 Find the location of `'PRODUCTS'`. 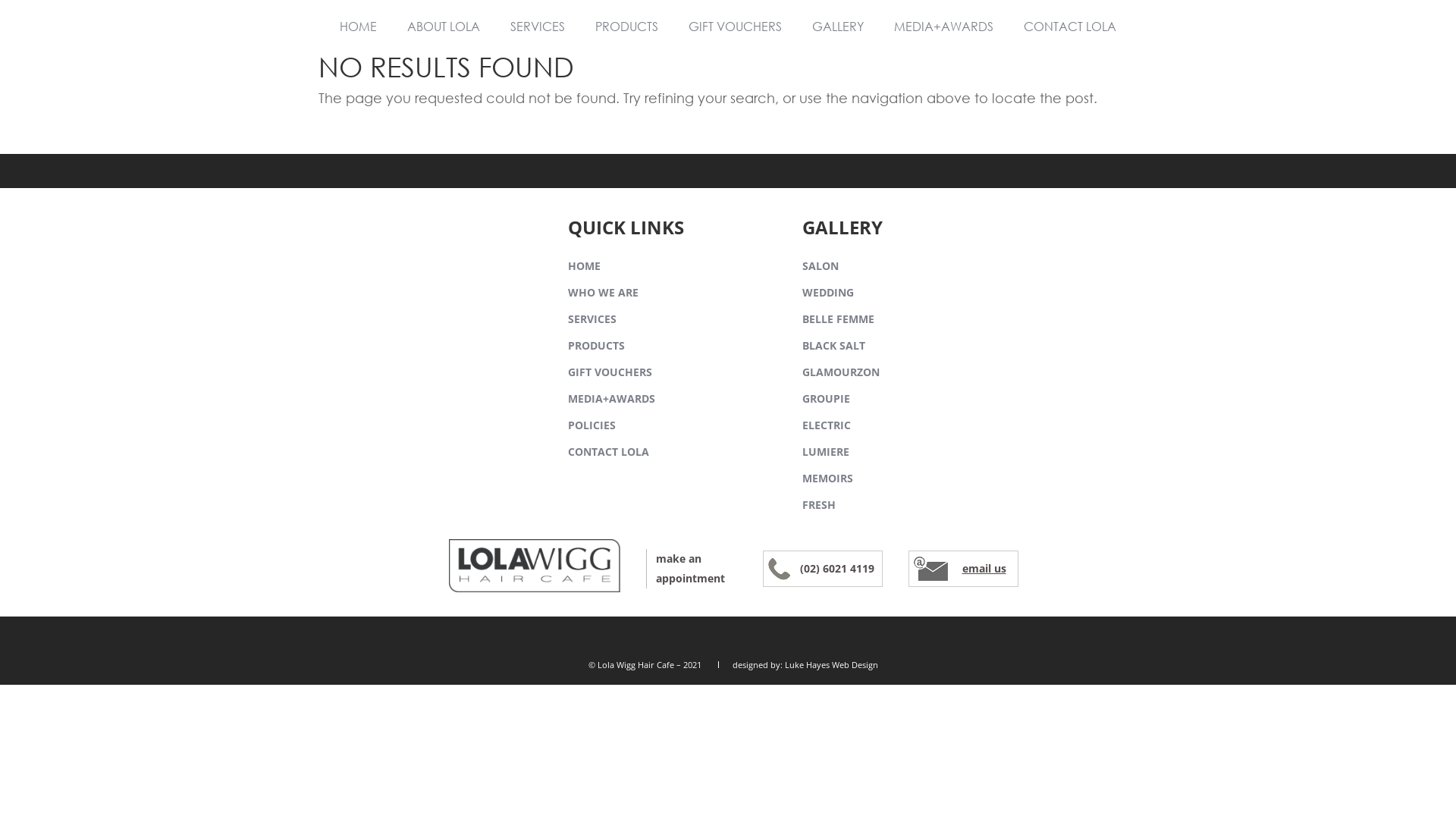

'PRODUCTS' is located at coordinates (579, 26).